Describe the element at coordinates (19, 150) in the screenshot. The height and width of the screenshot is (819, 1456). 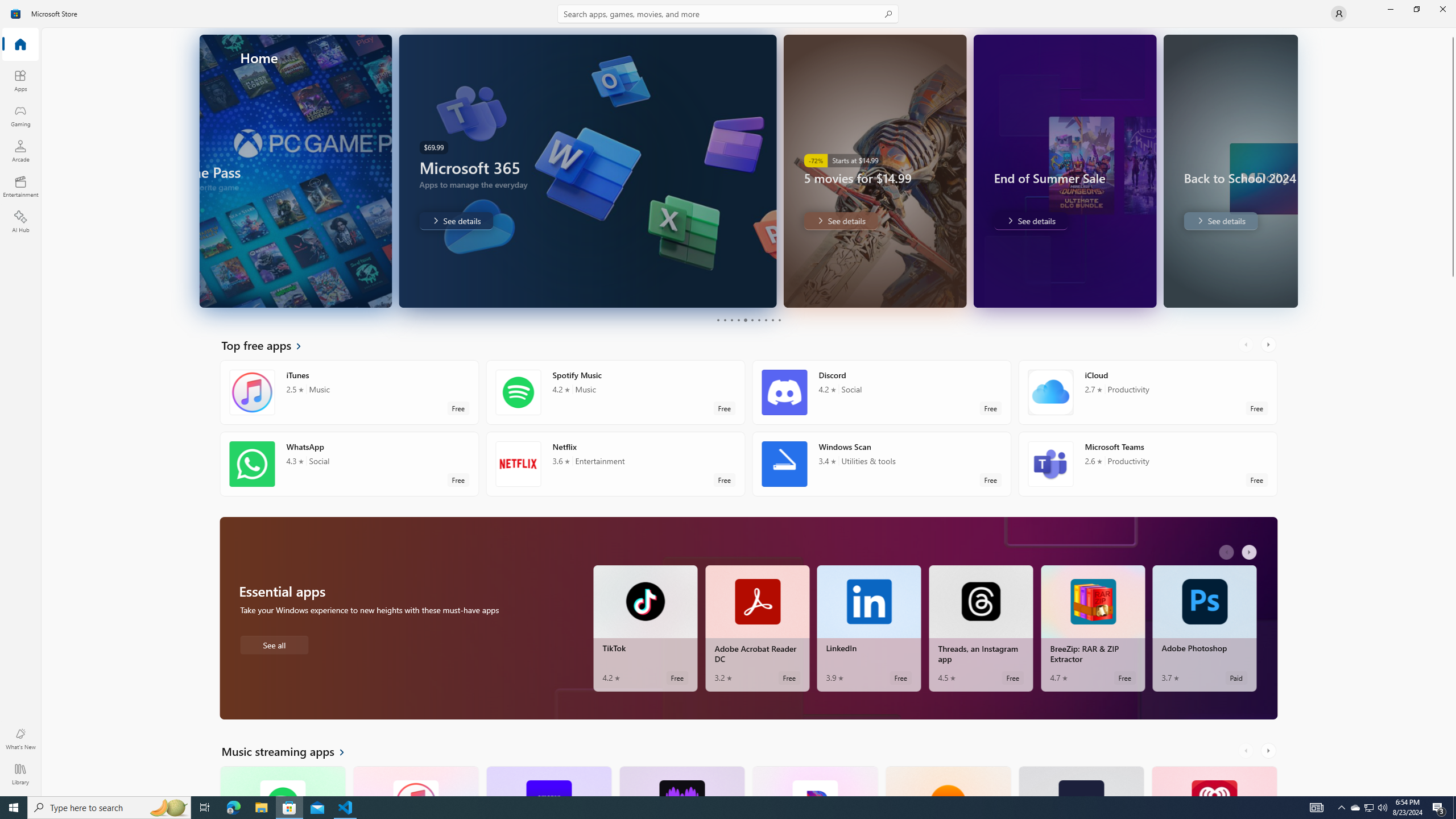
I see `'Arcade'` at that location.